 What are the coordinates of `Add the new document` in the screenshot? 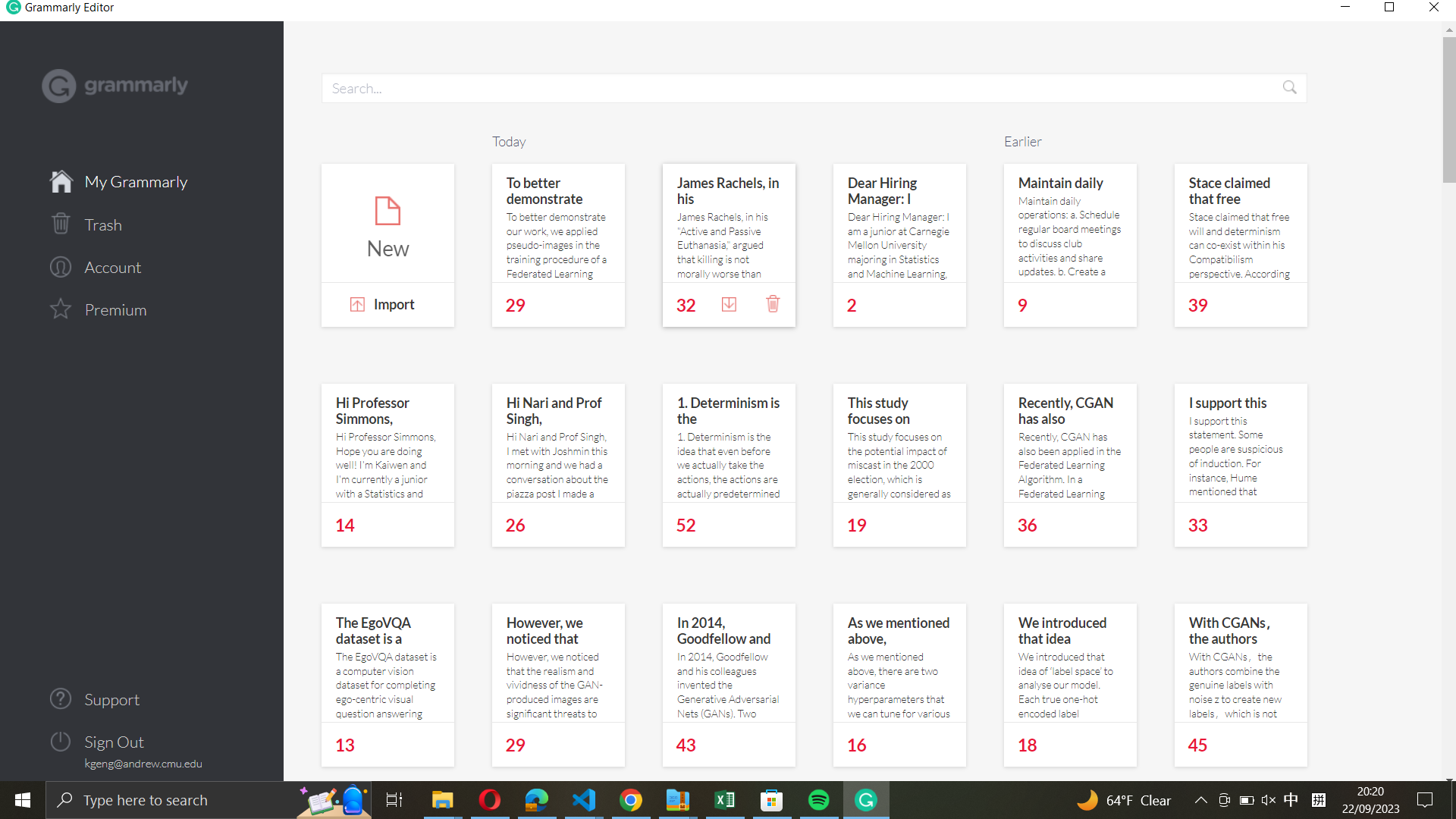 It's located at (388, 224).